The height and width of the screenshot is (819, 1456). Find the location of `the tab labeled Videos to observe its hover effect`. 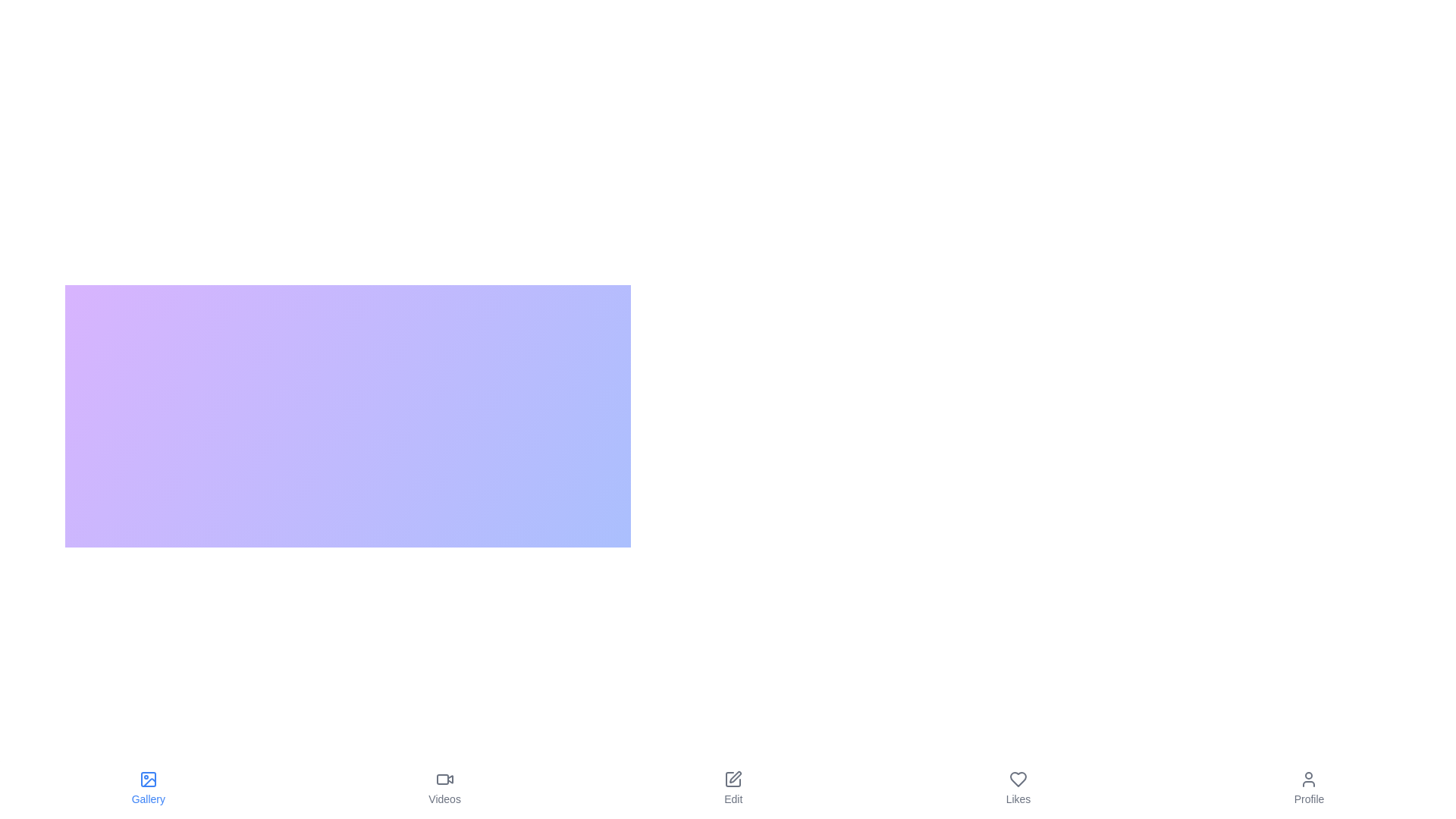

the tab labeled Videos to observe its hover effect is located at coordinates (443, 788).